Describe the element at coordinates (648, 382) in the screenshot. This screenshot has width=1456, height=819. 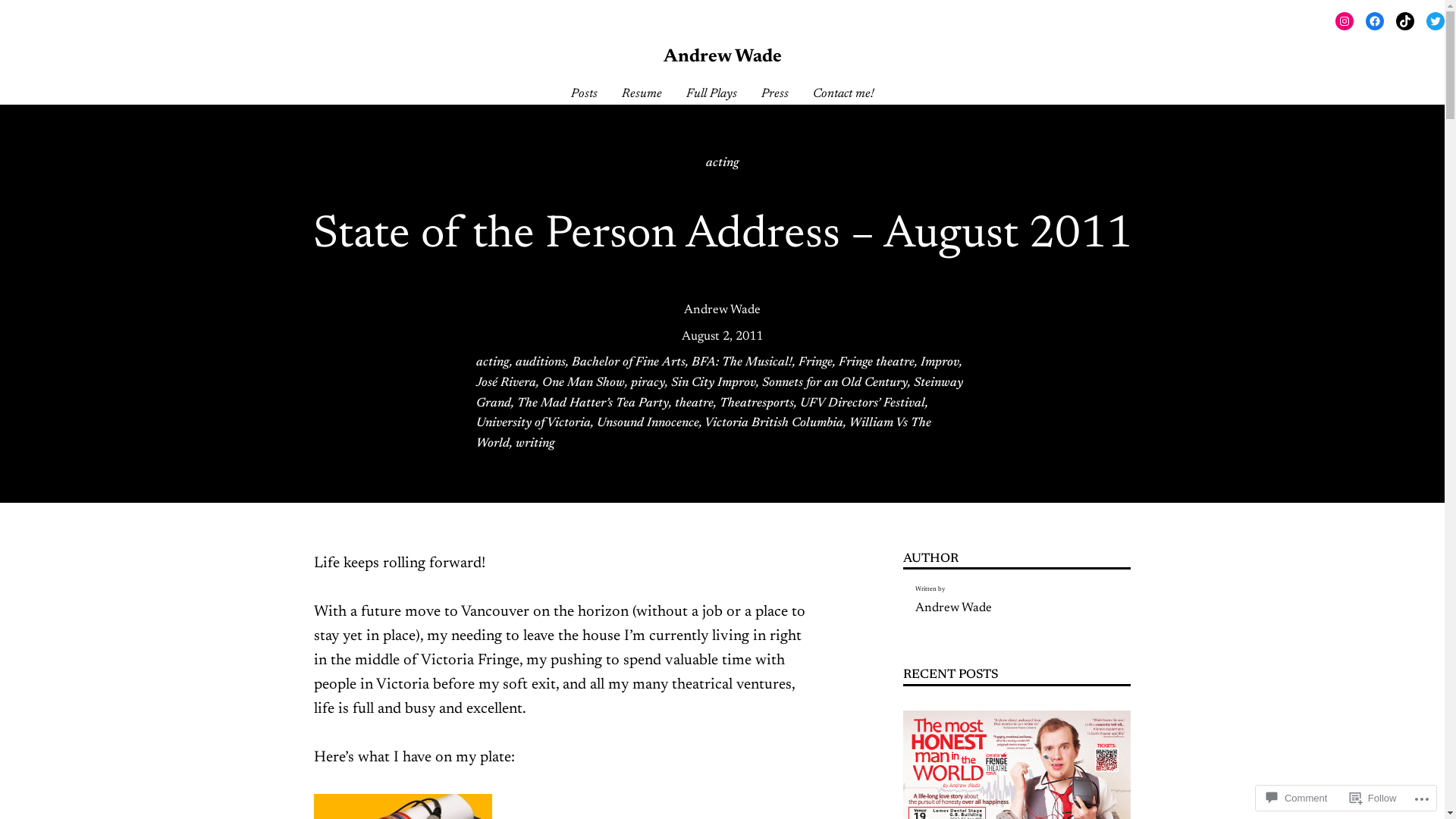
I see `'piracy'` at that location.